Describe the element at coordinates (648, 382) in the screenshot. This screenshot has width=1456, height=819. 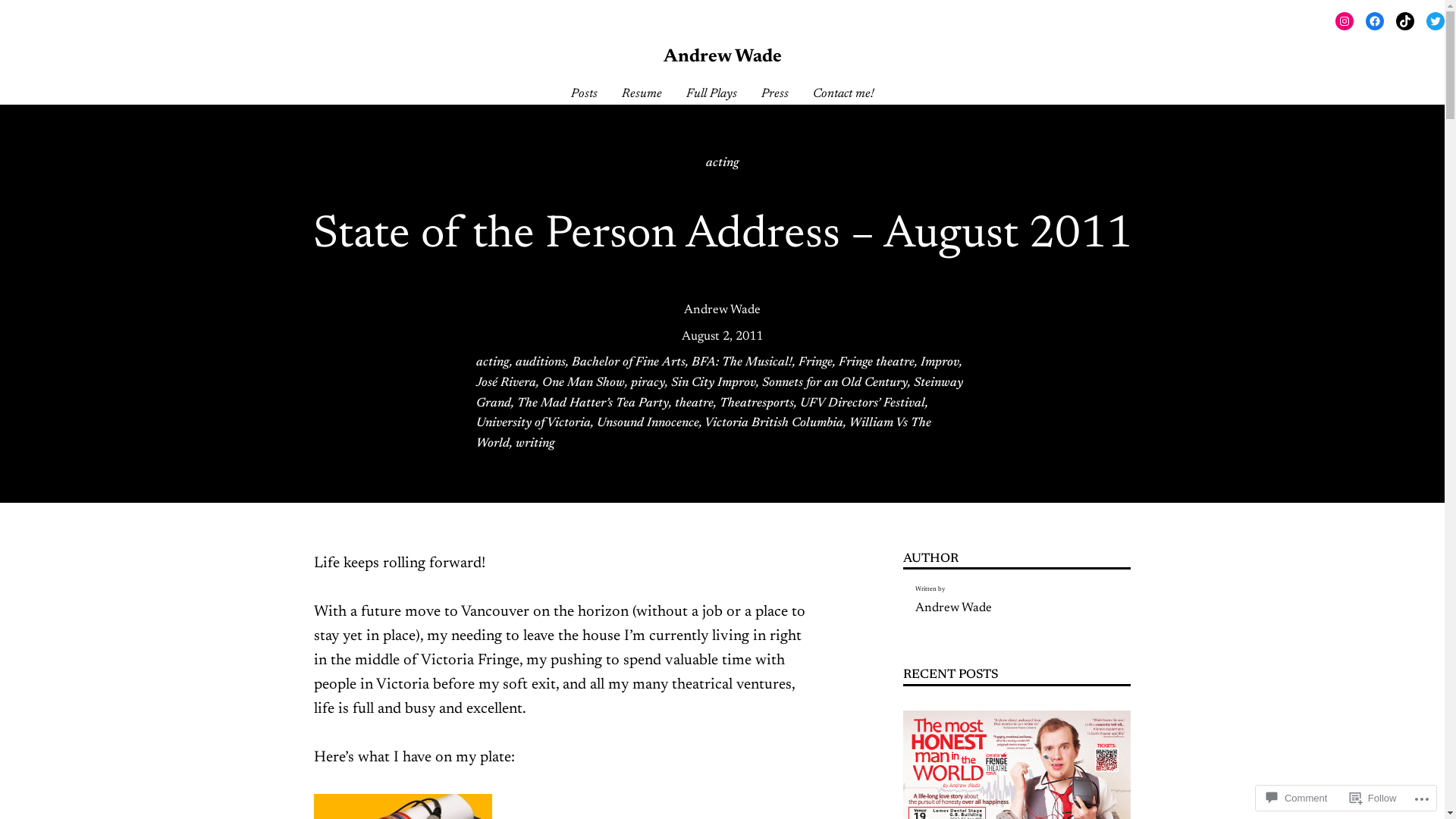
I see `'piracy'` at that location.